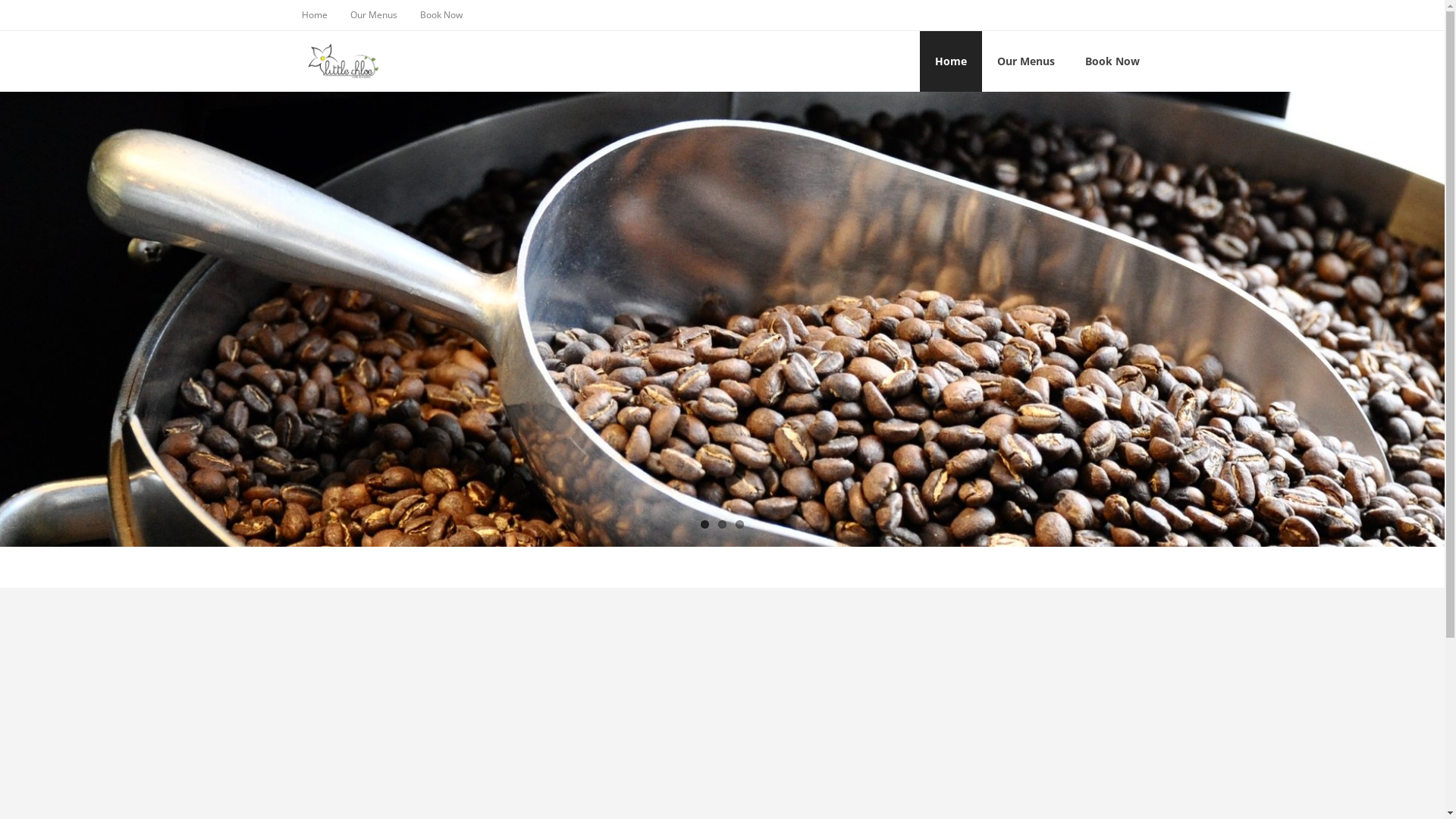 The height and width of the screenshot is (819, 1456). I want to click on 'Our Menus', so click(372, 14).